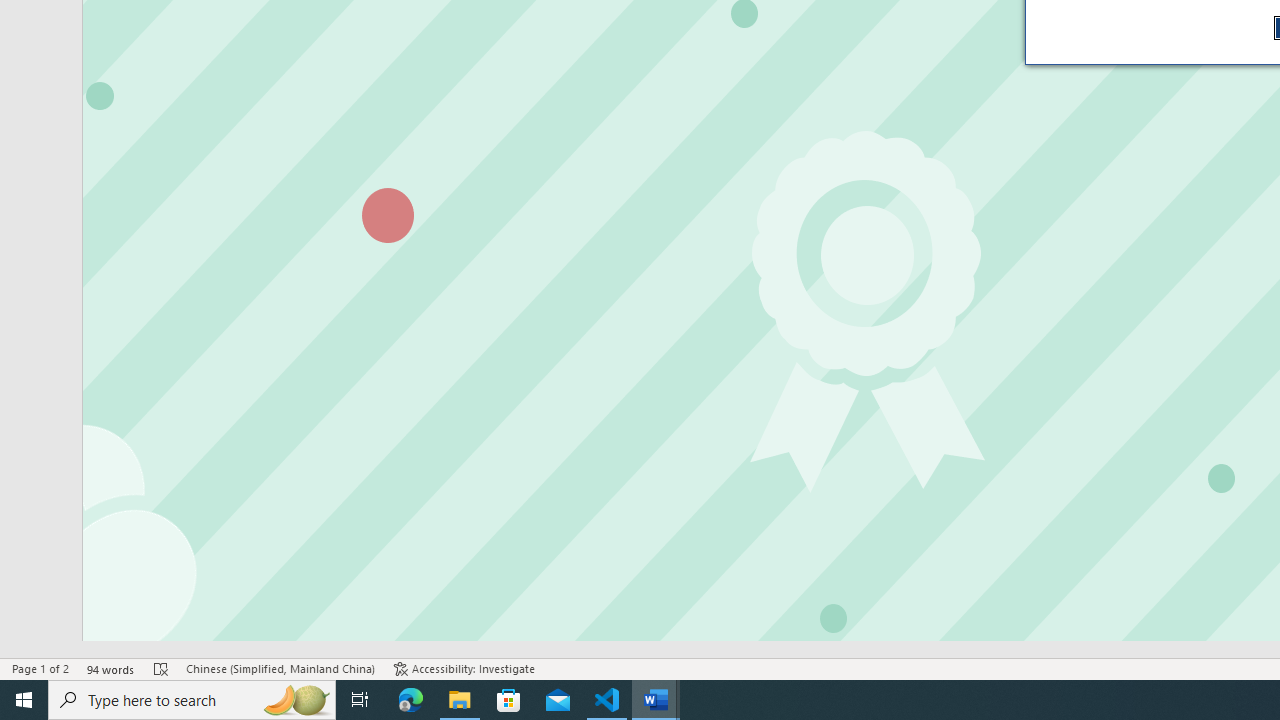  What do you see at coordinates (24, 698) in the screenshot?
I see `'Start'` at bounding box center [24, 698].